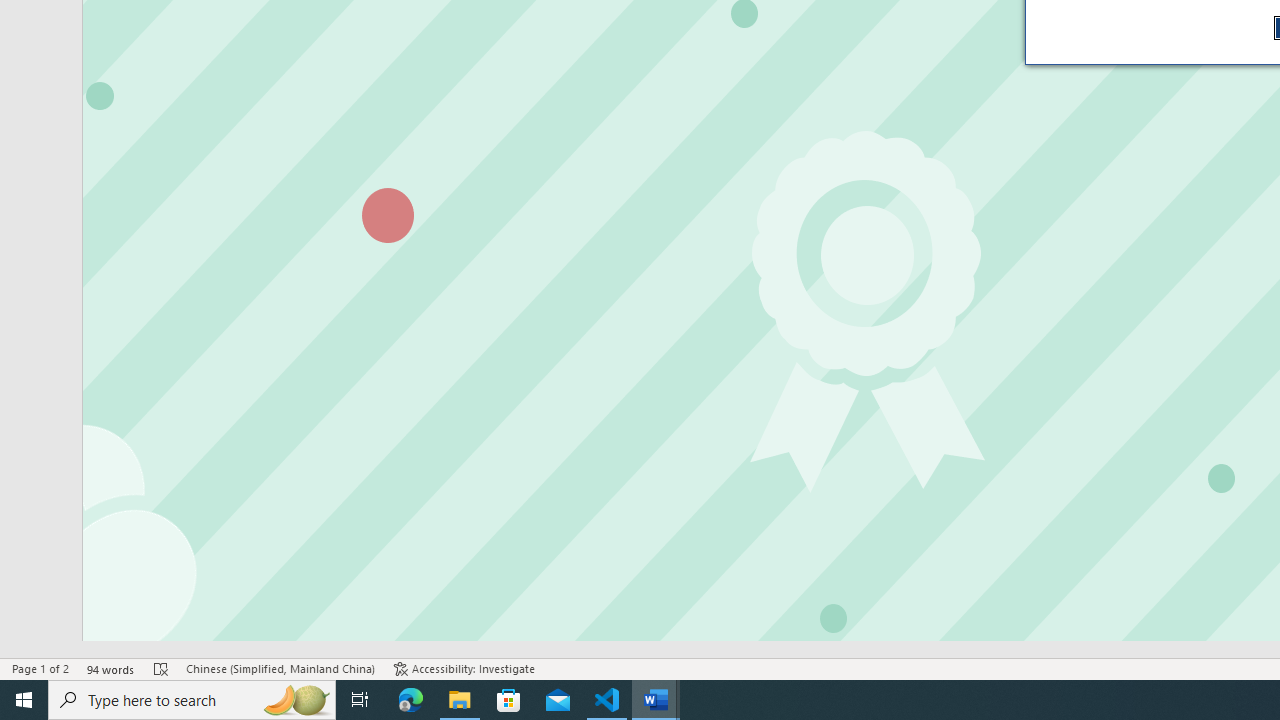  What do you see at coordinates (24, 698) in the screenshot?
I see `'Start'` at bounding box center [24, 698].